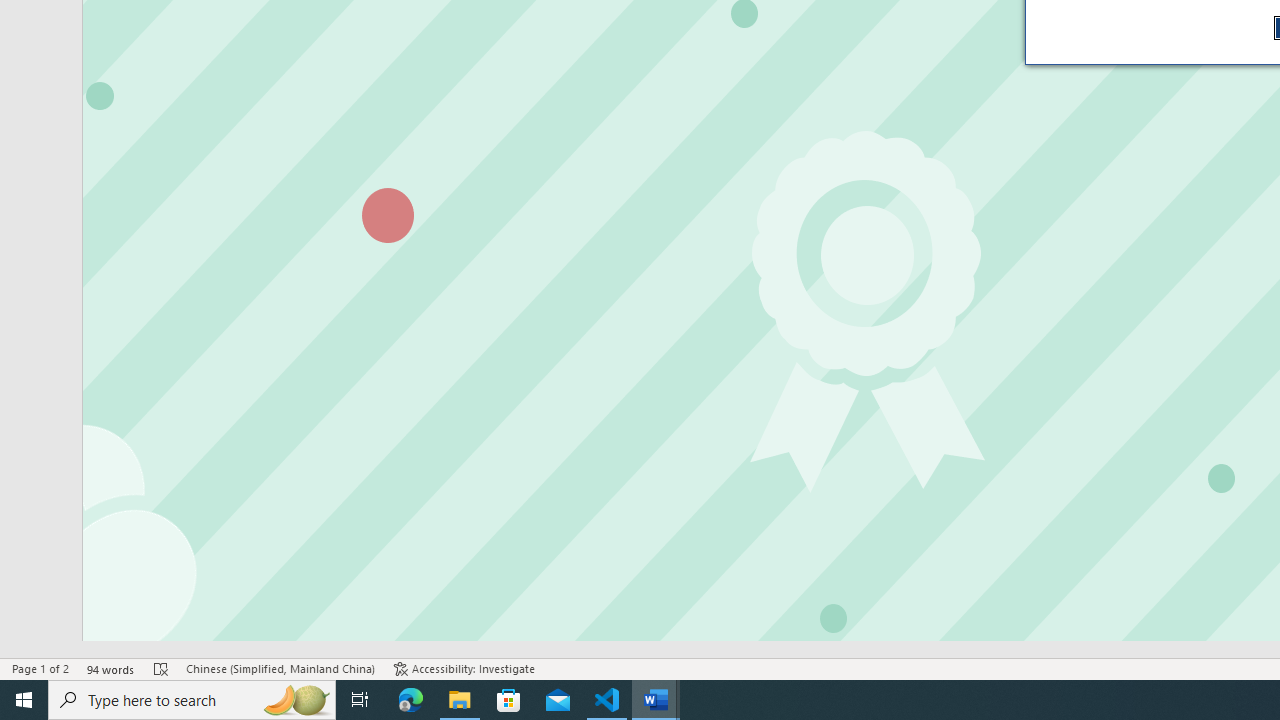  What do you see at coordinates (24, 698) in the screenshot?
I see `'Start'` at bounding box center [24, 698].